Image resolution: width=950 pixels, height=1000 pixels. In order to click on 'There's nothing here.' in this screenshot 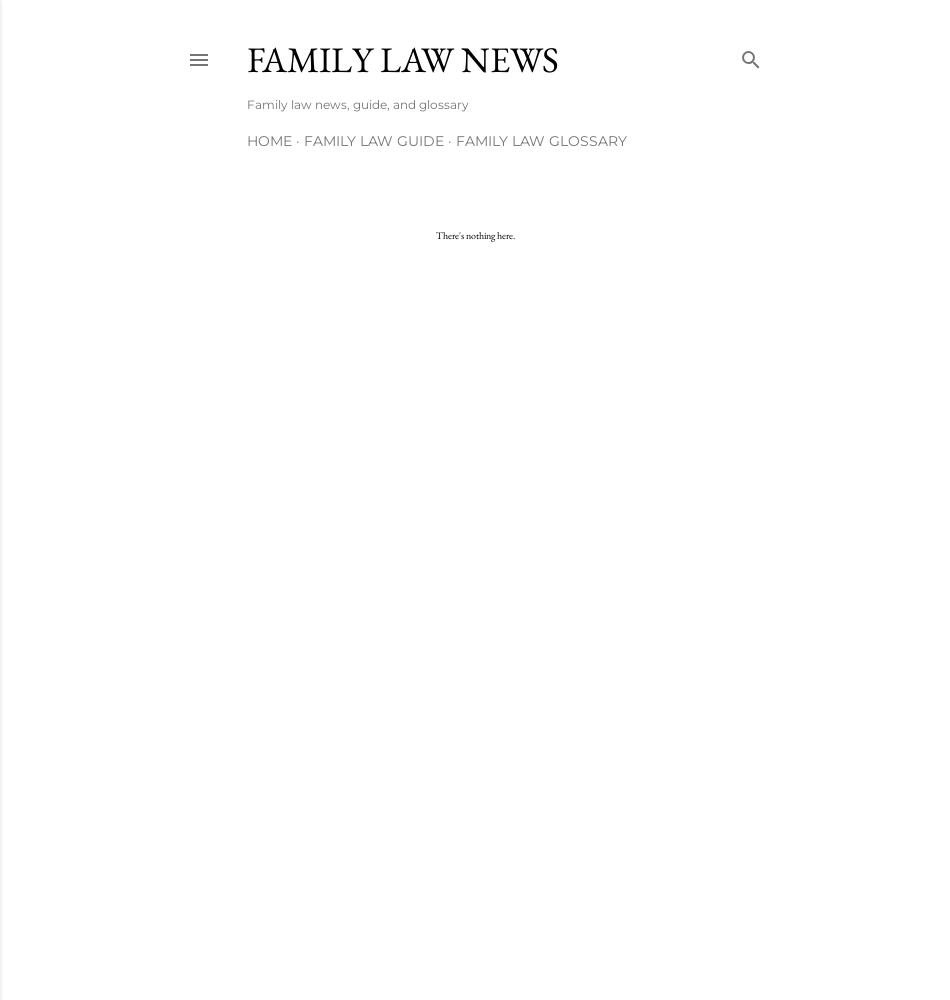, I will do `click(473, 234)`.